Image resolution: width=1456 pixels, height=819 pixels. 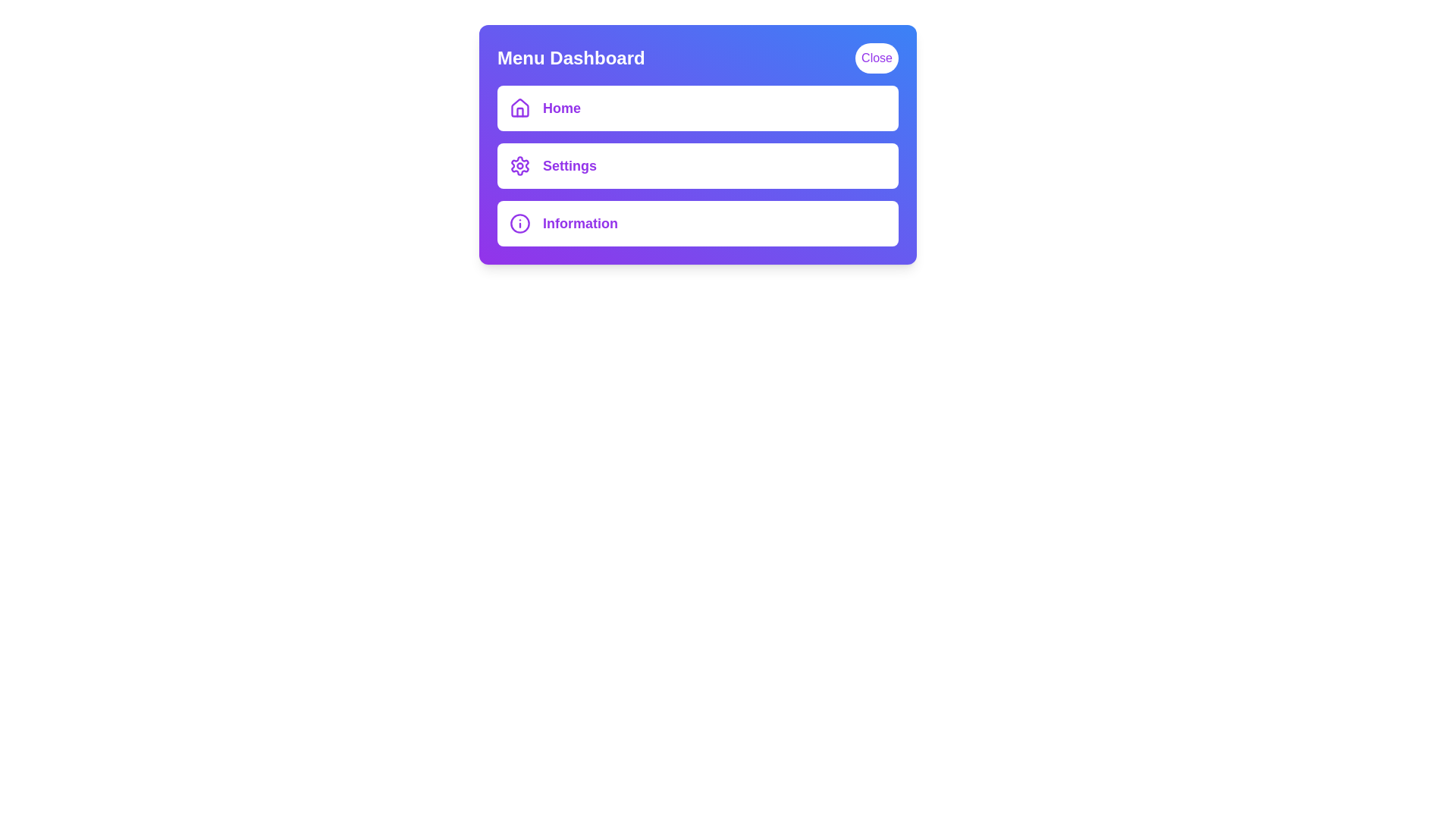 What do you see at coordinates (877, 58) in the screenshot?
I see `'Close' button to toggle the menu visibility` at bounding box center [877, 58].